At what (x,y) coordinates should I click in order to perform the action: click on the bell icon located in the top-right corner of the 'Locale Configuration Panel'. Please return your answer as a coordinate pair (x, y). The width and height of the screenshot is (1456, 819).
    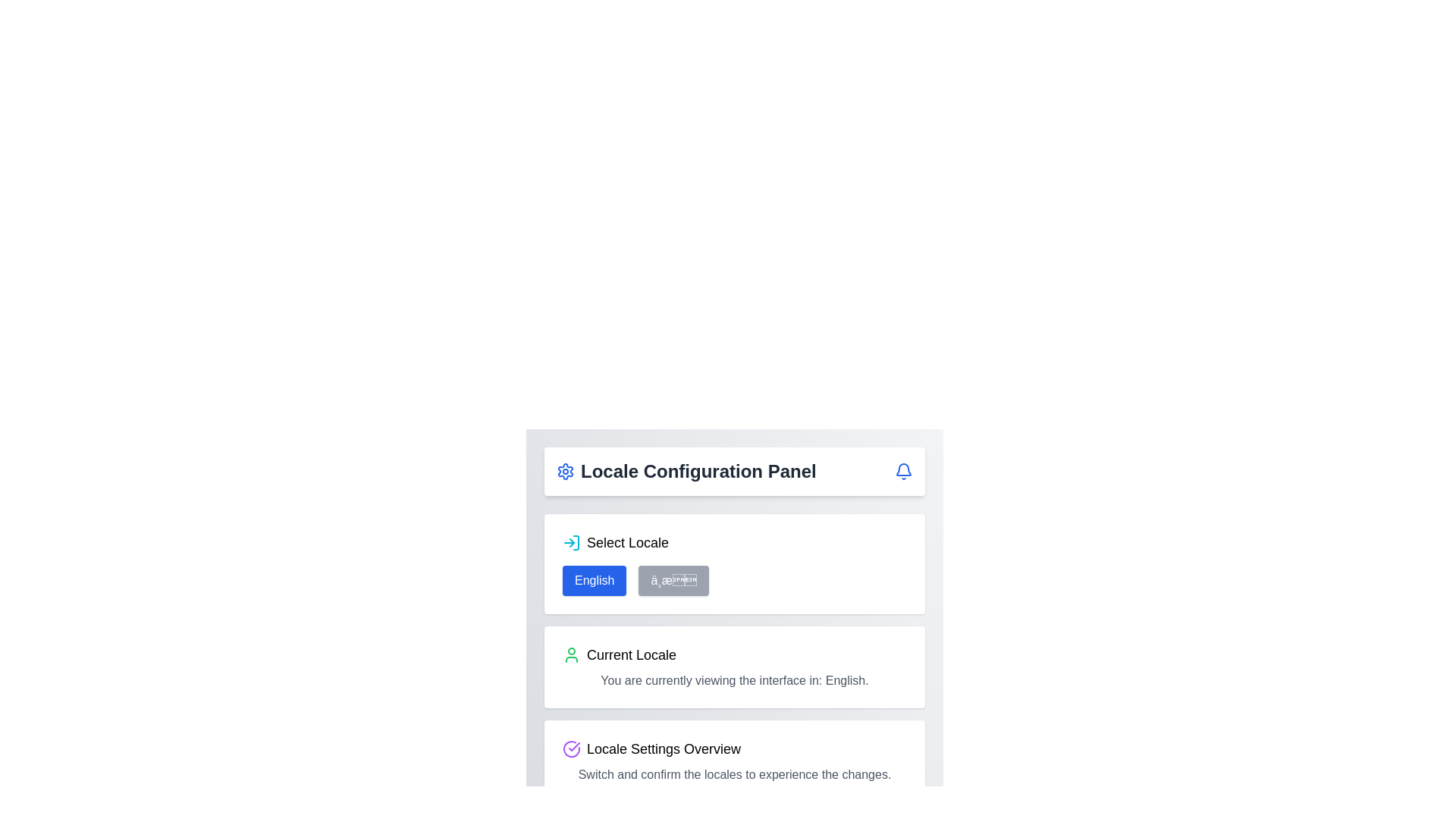
    Looking at the image, I should click on (903, 470).